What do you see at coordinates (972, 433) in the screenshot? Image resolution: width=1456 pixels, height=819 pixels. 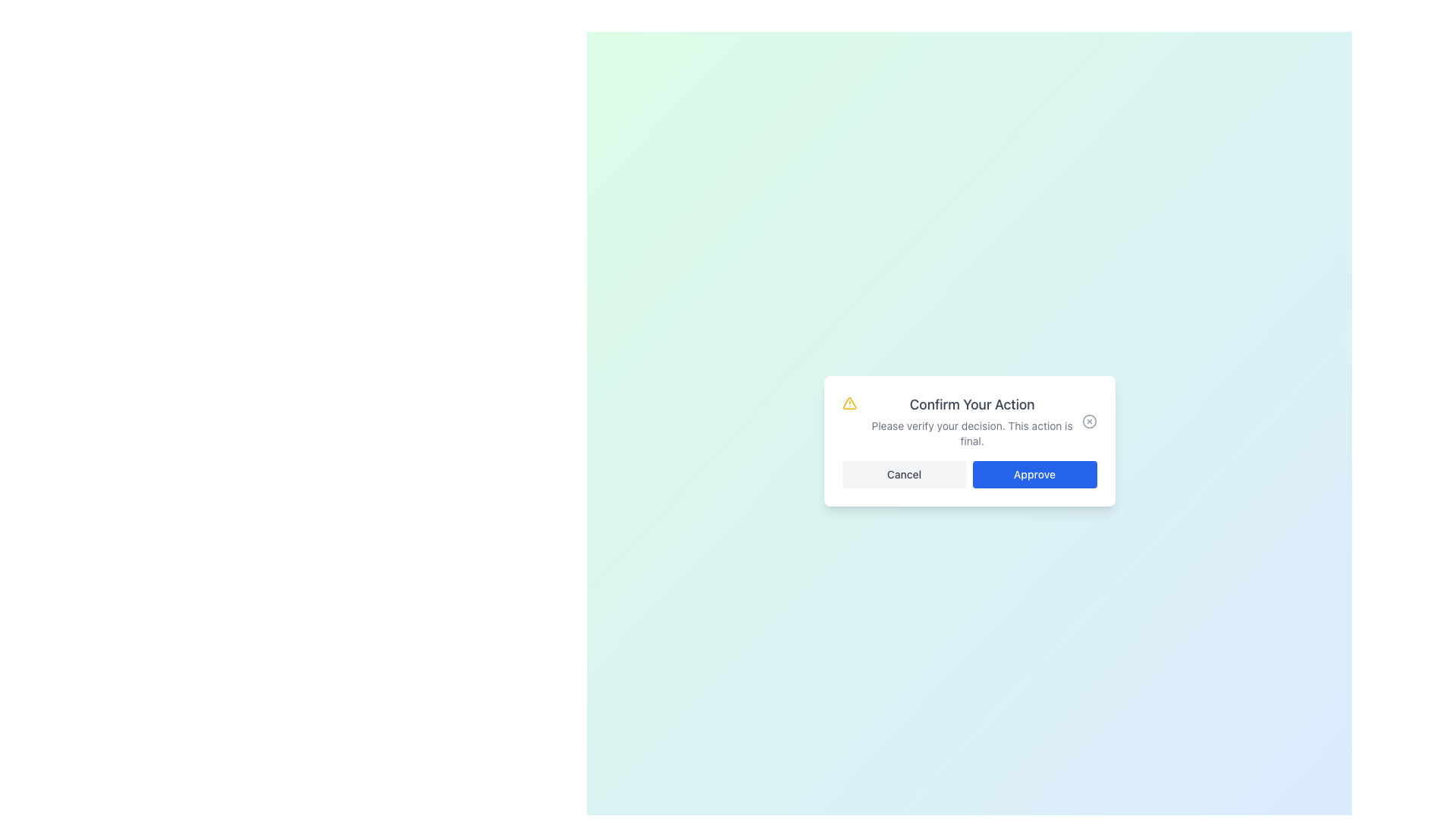 I see `the label that displays the message 'Please verify your decision. This action is final.' which is styled with a small, gray font and positioned below the heading 'Confirm Your Action' in the confirmation dialog box` at bounding box center [972, 433].